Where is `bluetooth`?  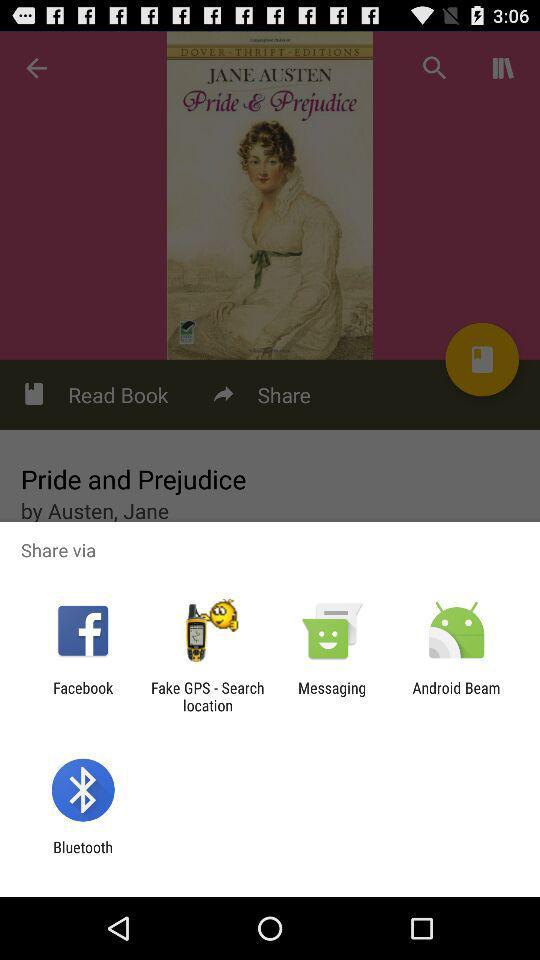
bluetooth is located at coordinates (82, 855).